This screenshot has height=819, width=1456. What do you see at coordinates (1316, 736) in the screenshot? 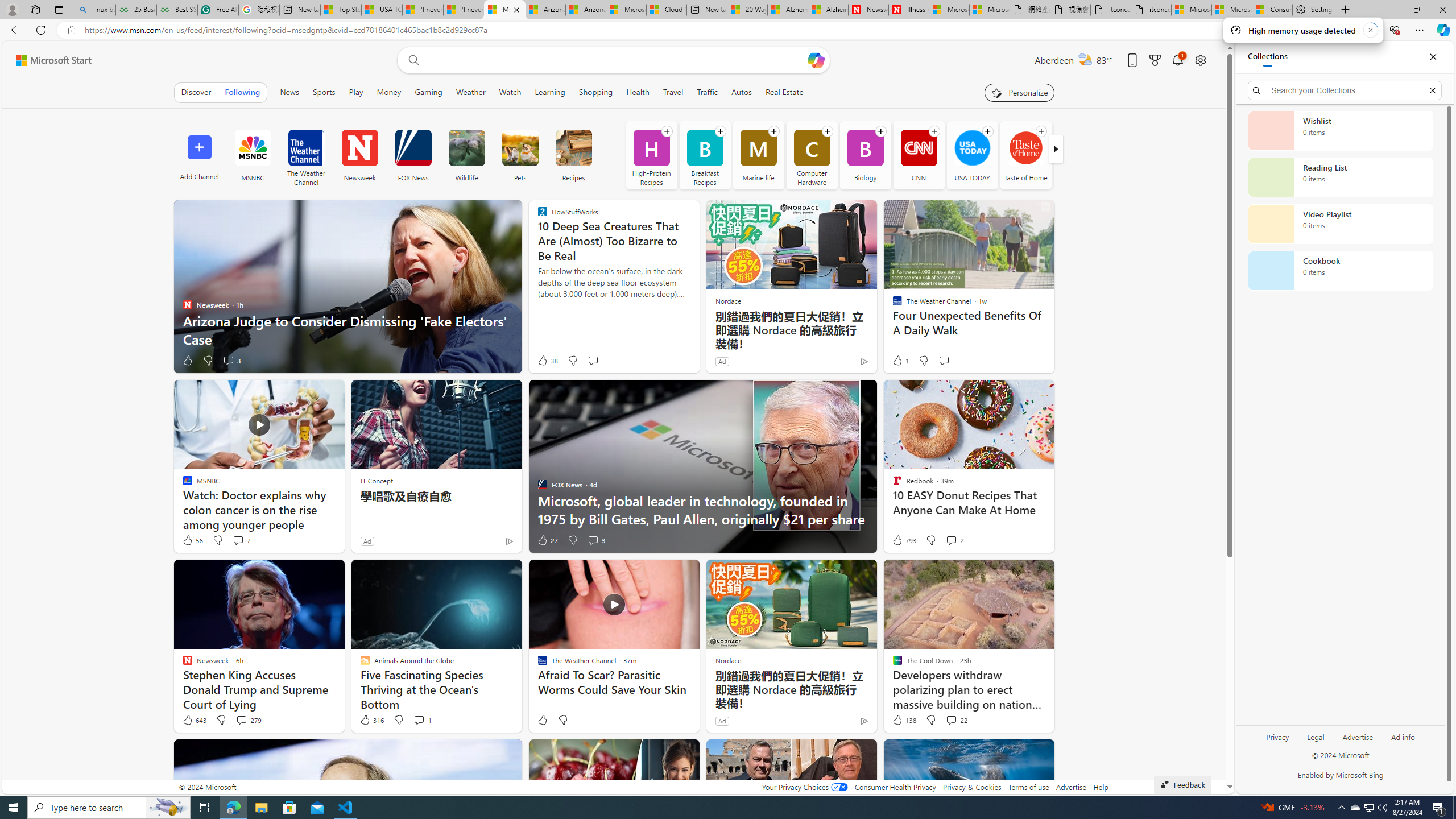
I see `'Legal'` at bounding box center [1316, 736].